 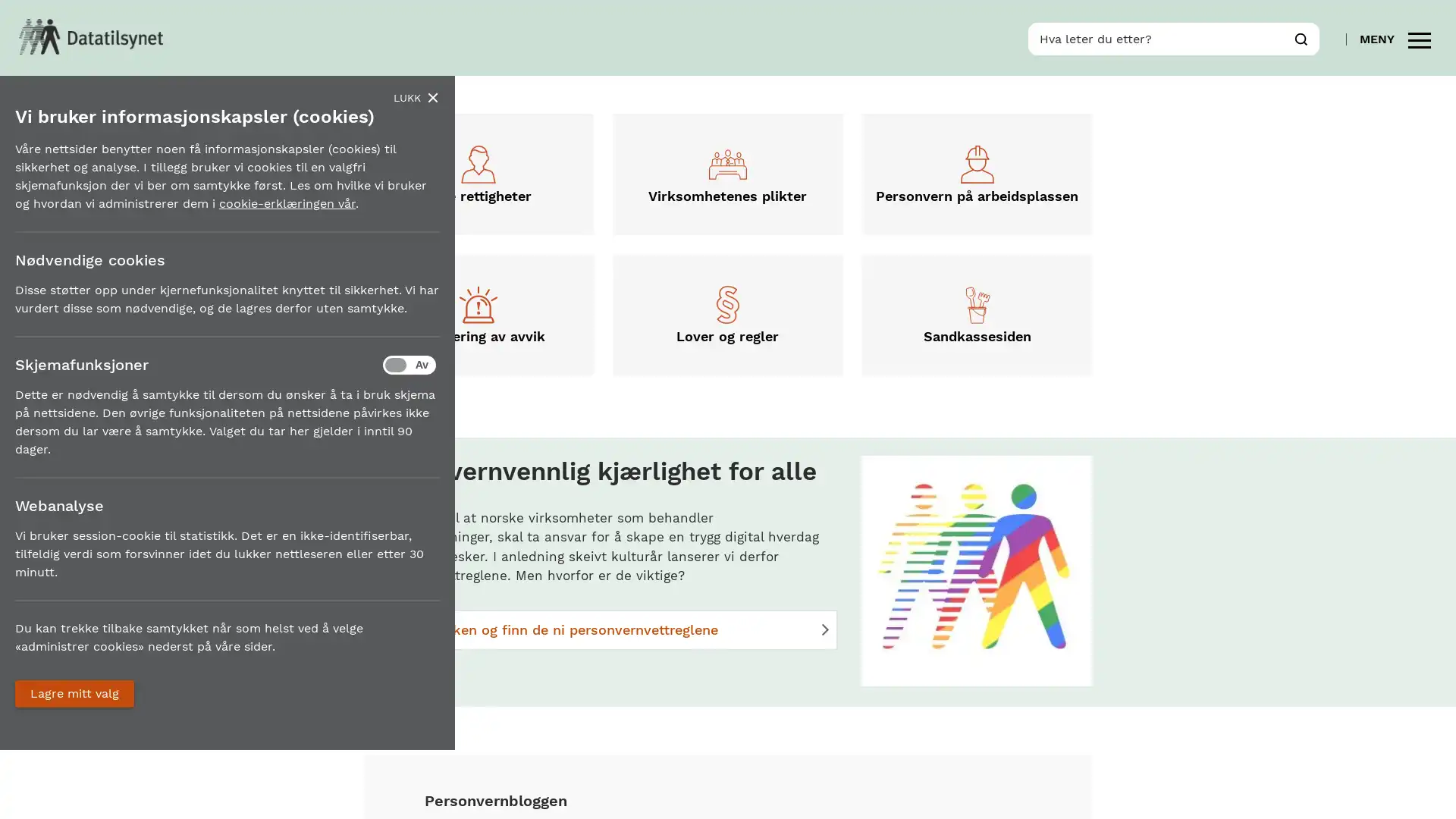 I want to click on MENY VIS/SKJUL MENY, so click(x=1395, y=37).